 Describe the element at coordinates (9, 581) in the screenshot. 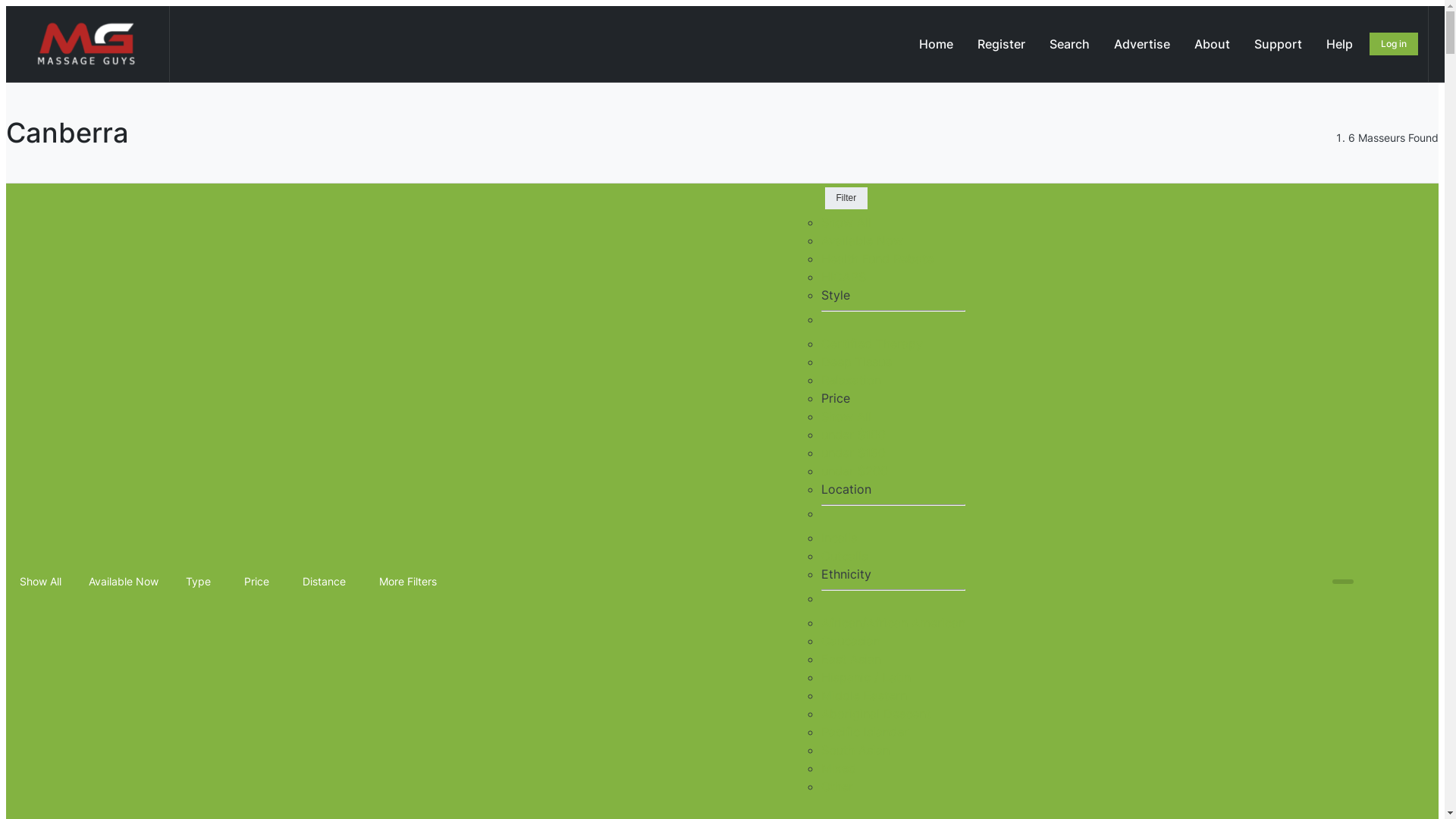

I see `'Show All'` at that location.